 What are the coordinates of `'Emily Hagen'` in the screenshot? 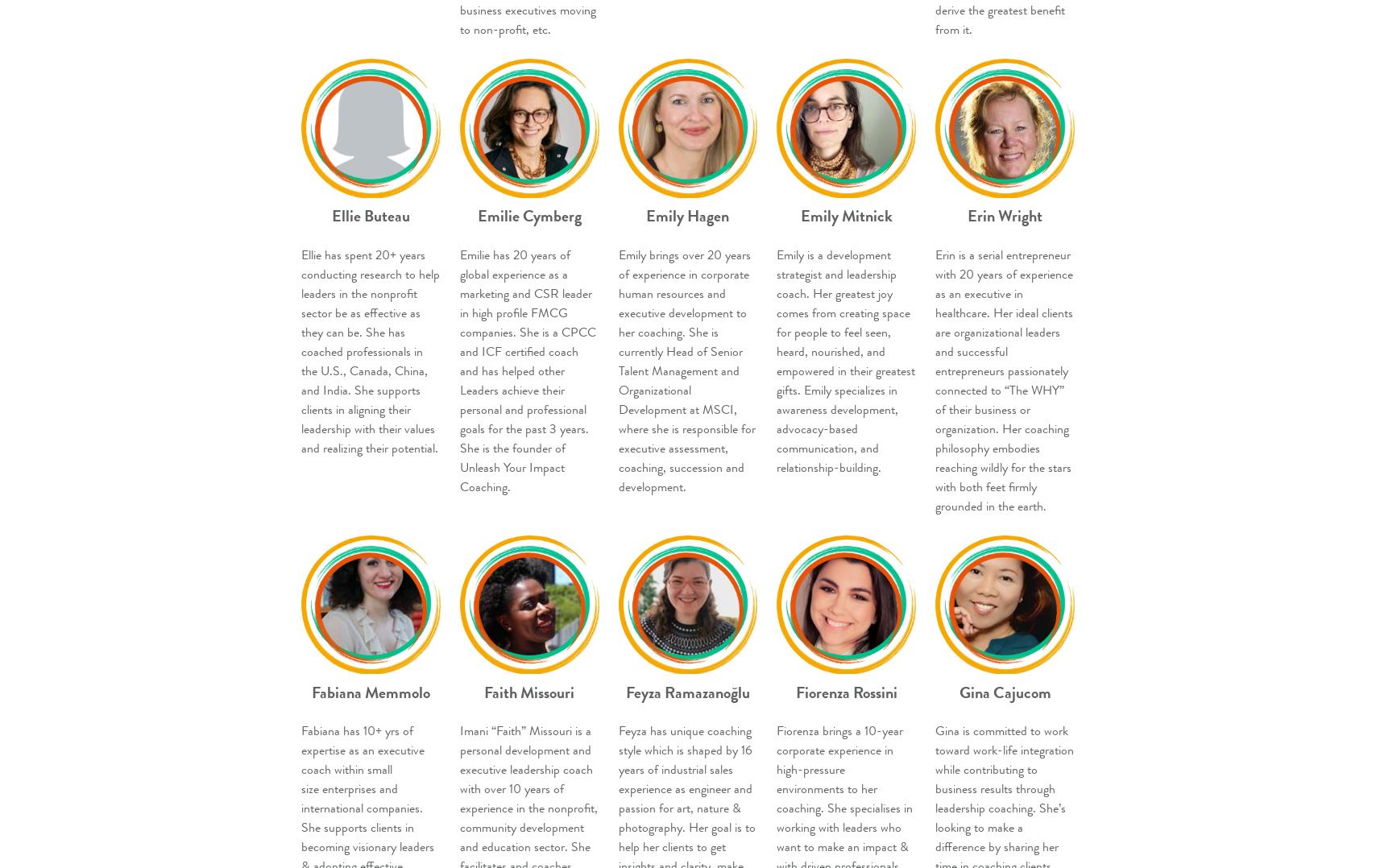 It's located at (687, 215).